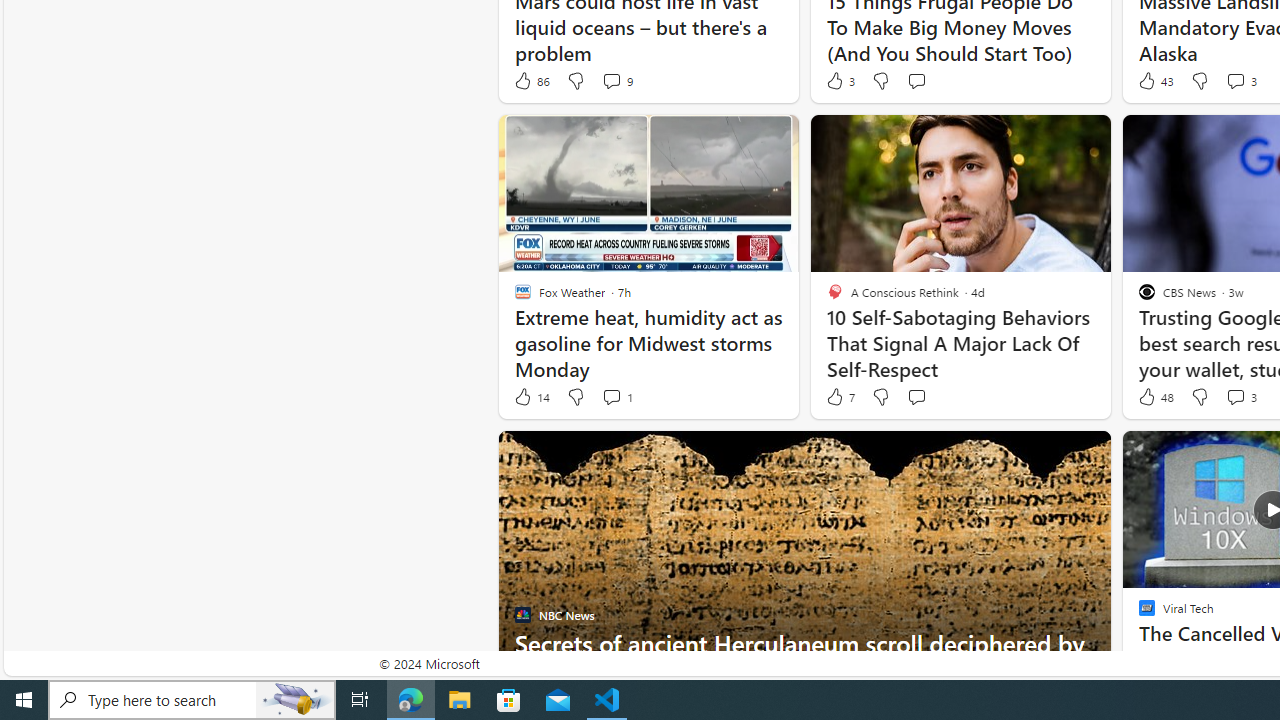  What do you see at coordinates (610, 80) in the screenshot?
I see `'View comments 9 Comment'` at bounding box center [610, 80].